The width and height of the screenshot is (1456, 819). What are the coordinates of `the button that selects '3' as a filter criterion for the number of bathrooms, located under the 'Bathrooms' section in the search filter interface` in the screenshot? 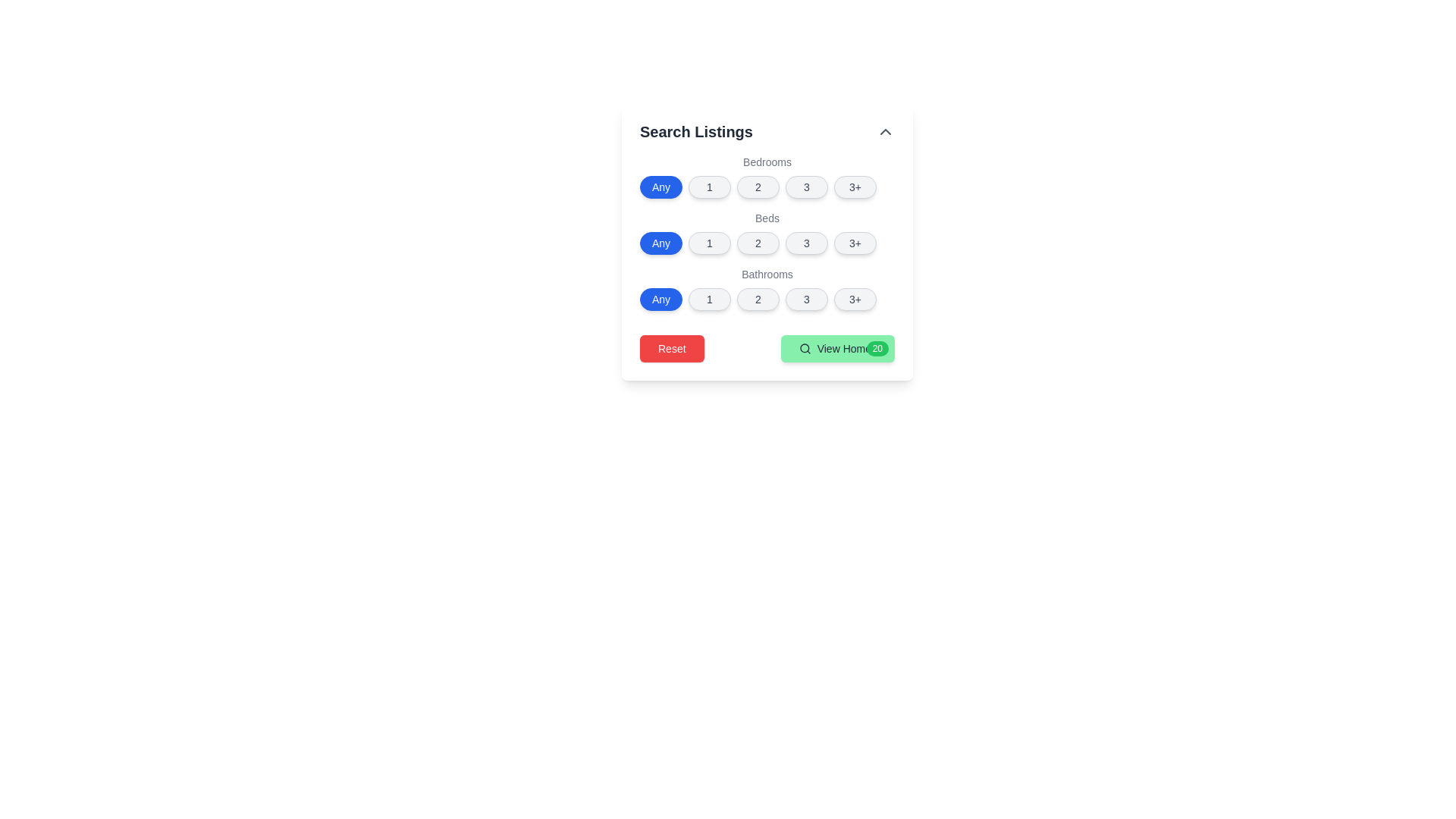 It's located at (806, 299).